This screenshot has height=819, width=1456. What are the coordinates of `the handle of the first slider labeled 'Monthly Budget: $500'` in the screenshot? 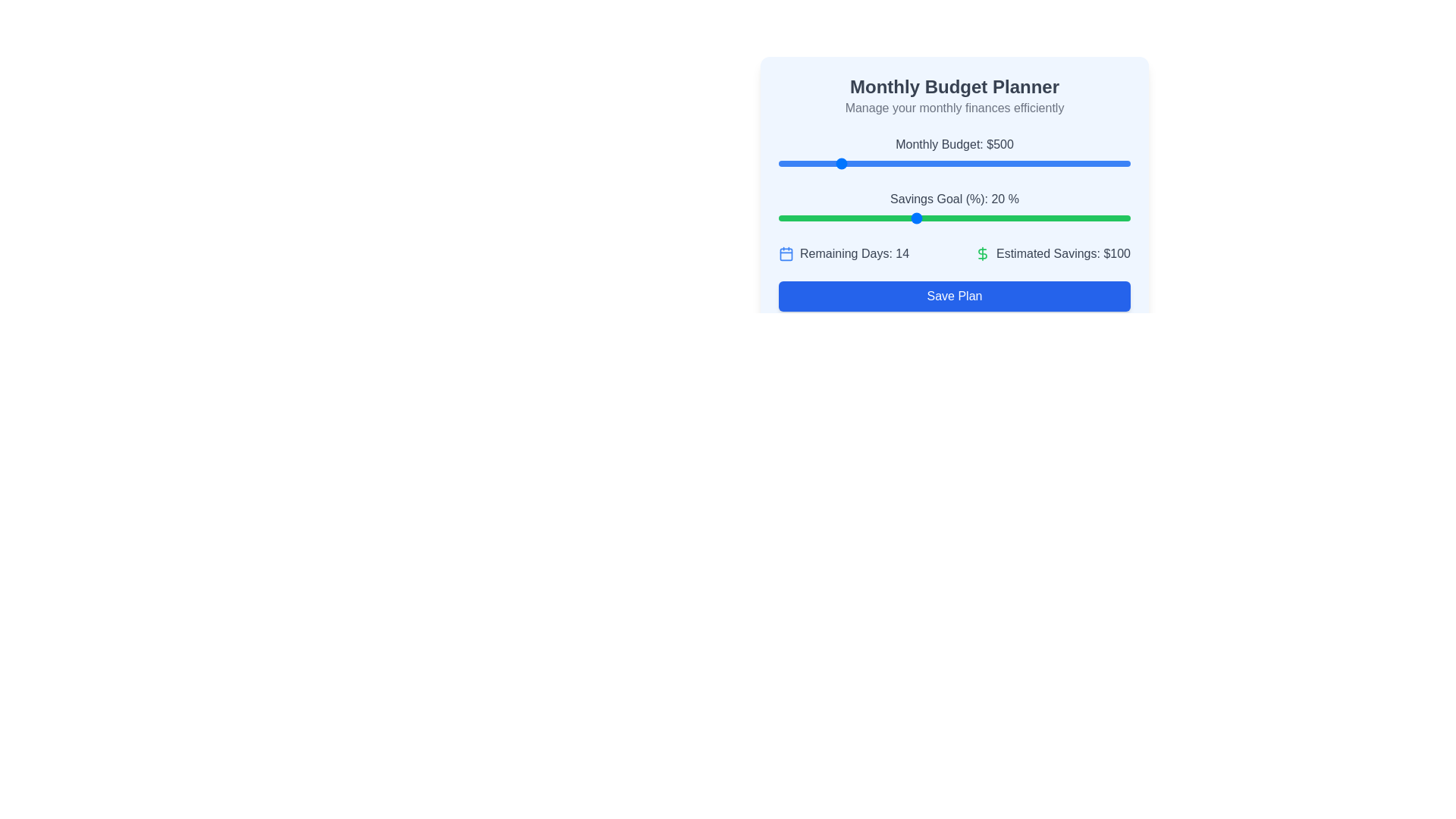 It's located at (953, 164).